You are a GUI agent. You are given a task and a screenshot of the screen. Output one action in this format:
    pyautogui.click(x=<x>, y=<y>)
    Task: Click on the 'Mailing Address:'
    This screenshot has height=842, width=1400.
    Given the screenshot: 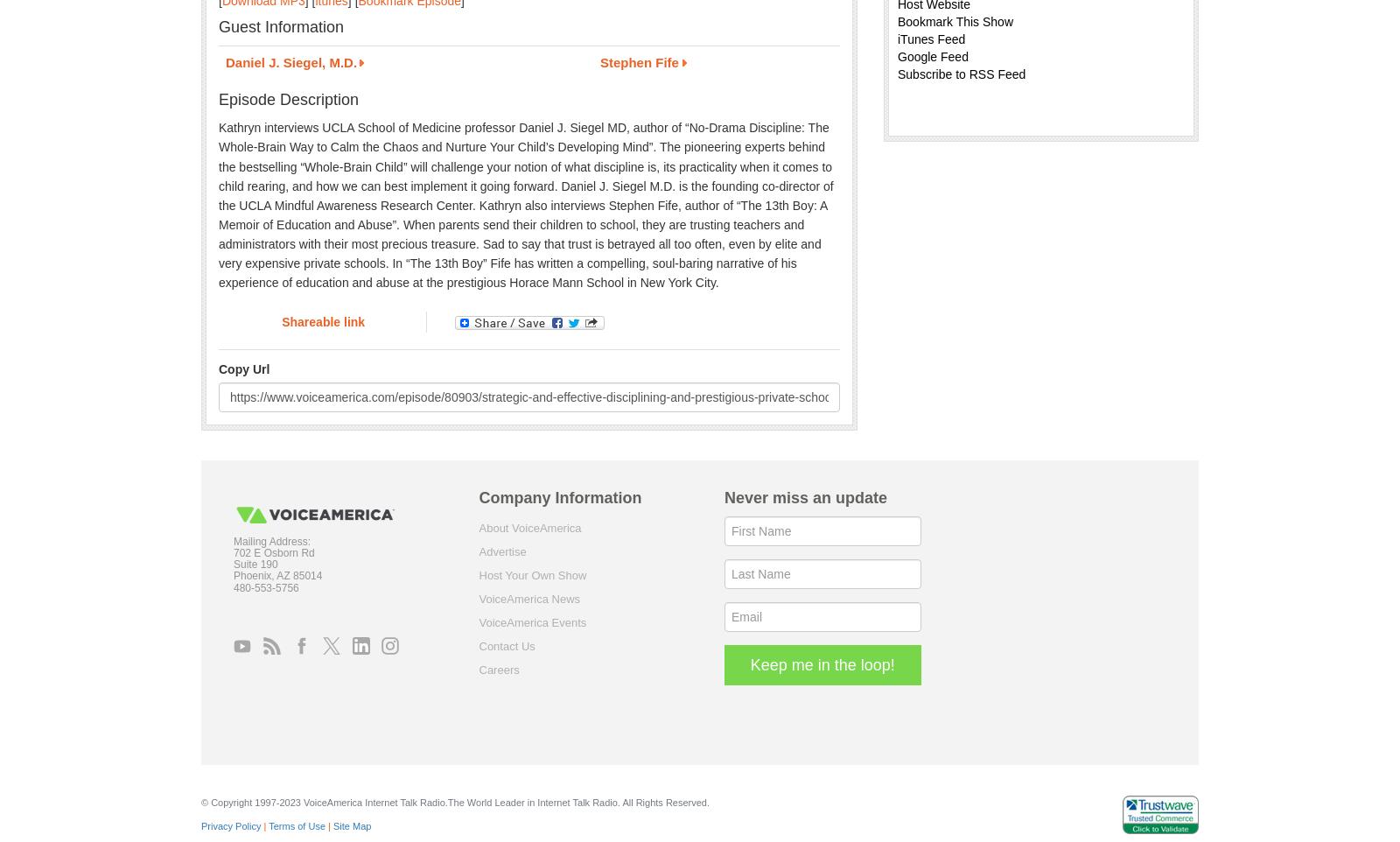 What is the action you would take?
    pyautogui.click(x=272, y=539)
    